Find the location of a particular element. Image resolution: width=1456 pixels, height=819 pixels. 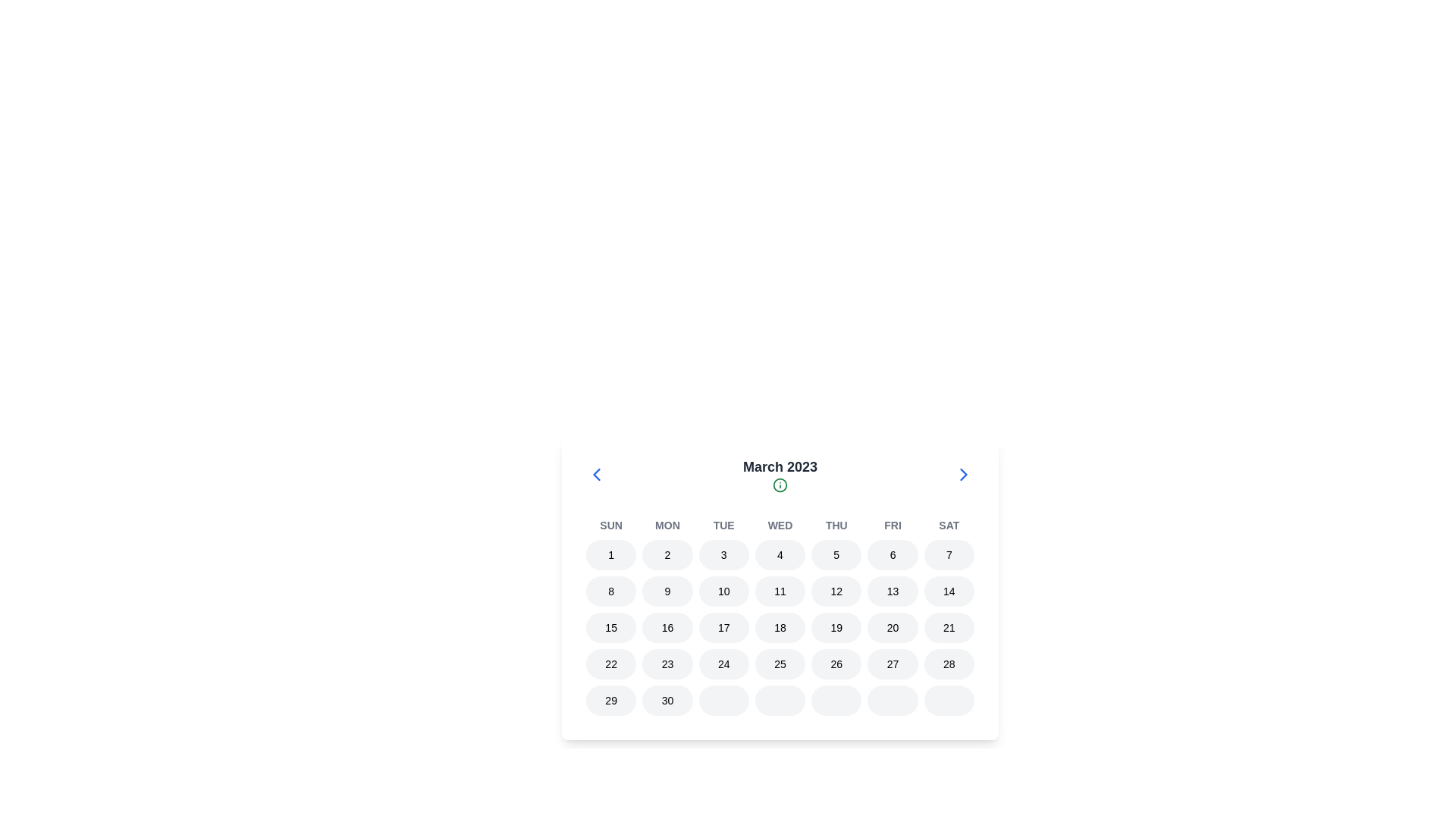

the interactive button or placeholder located in the bottom row of the calendar grid, positioned centrally between the button labeled '30' and a blank button to its right is located at coordinates (780, 701).